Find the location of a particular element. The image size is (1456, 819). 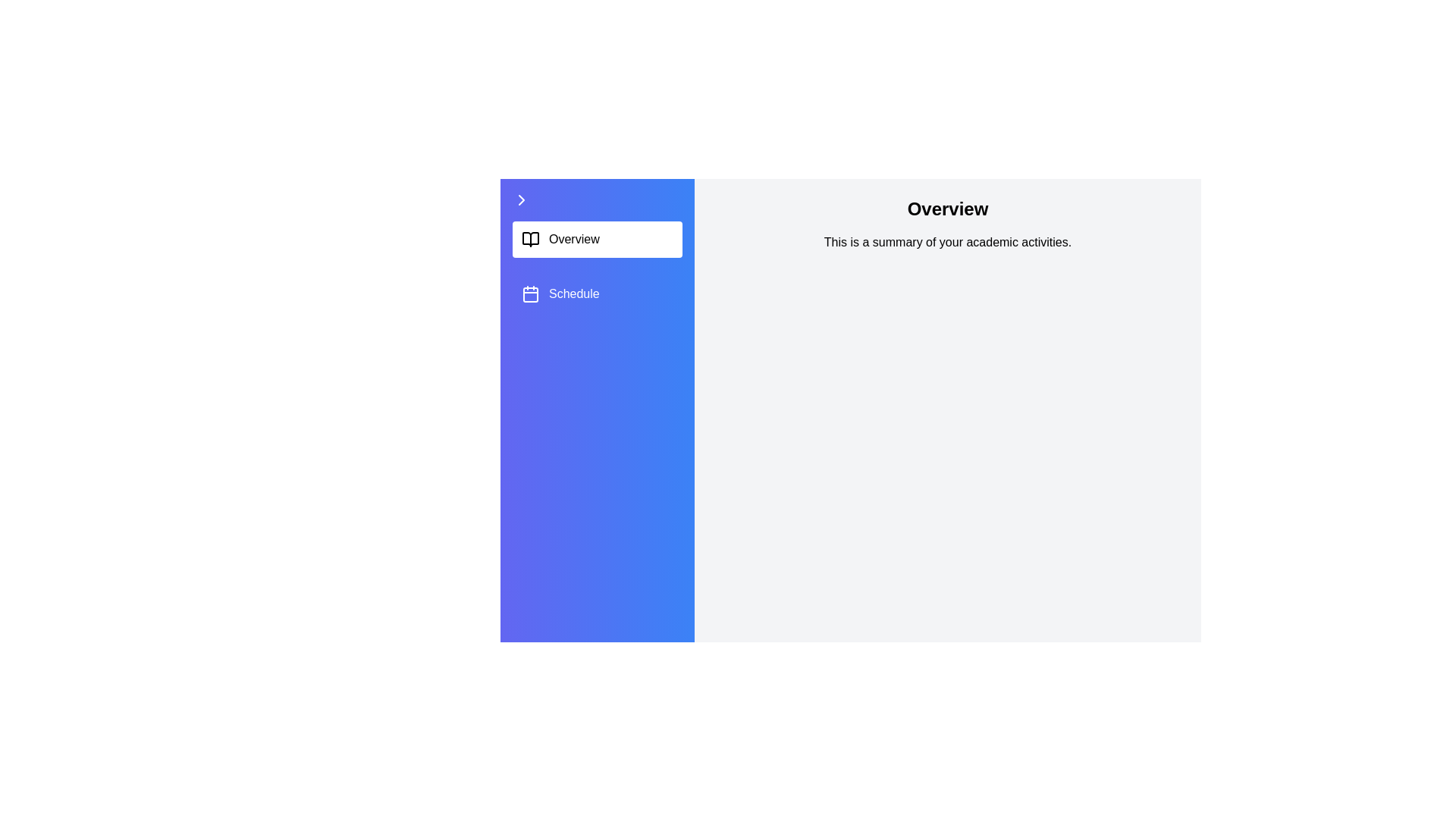

sidebar toggle icon to expand or collapse the sidebar is located at coordinates (521, 199).